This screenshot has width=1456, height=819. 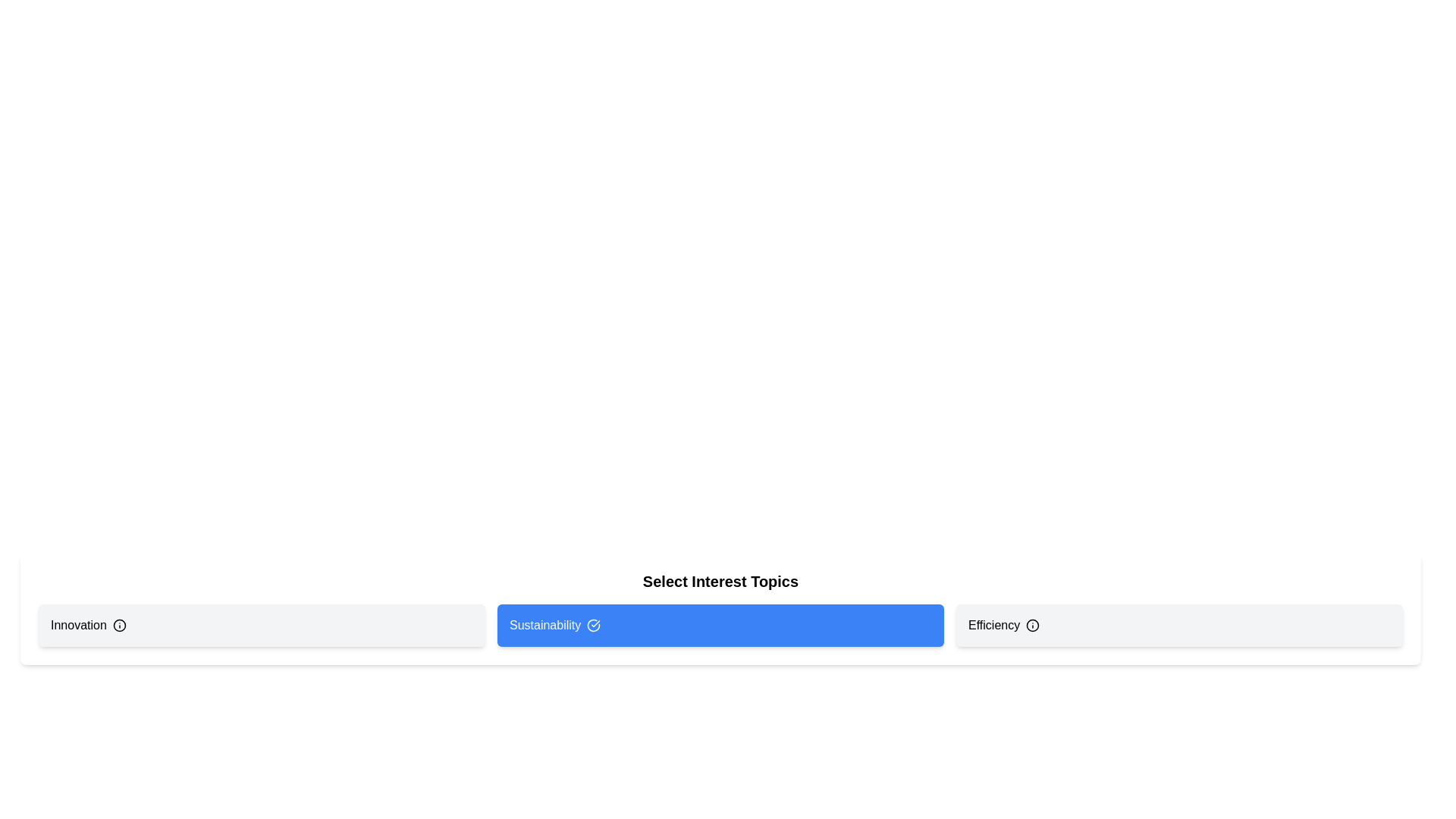 What do you see at coordinates (720, 626) in the screenshot?
I see `the 'Sustainability' tag to toggle its selection` at bounding box center [720, 626].